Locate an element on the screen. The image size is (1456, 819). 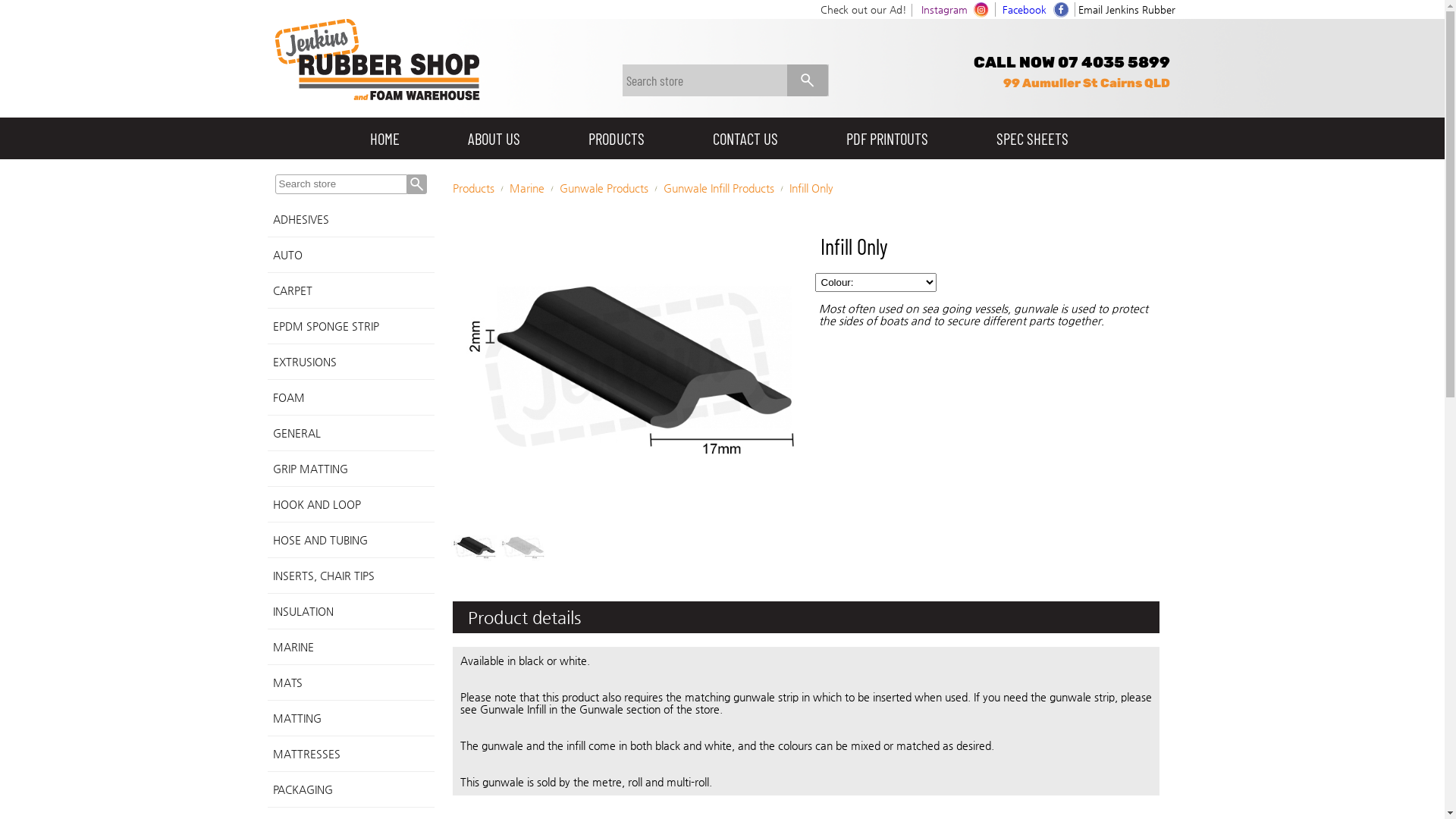
'FOAM' is located at coordinates (349, 397).